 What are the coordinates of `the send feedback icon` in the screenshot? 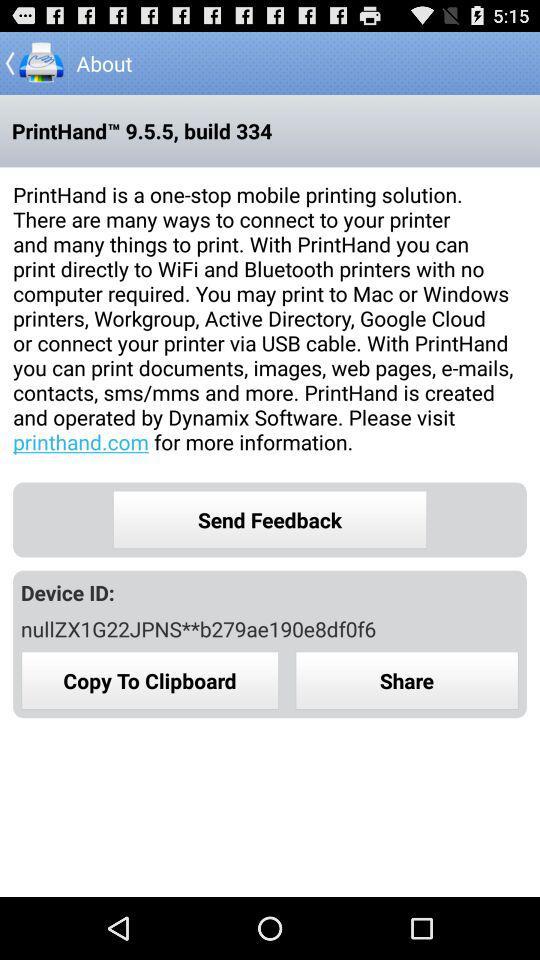 It's located at (270, 518).